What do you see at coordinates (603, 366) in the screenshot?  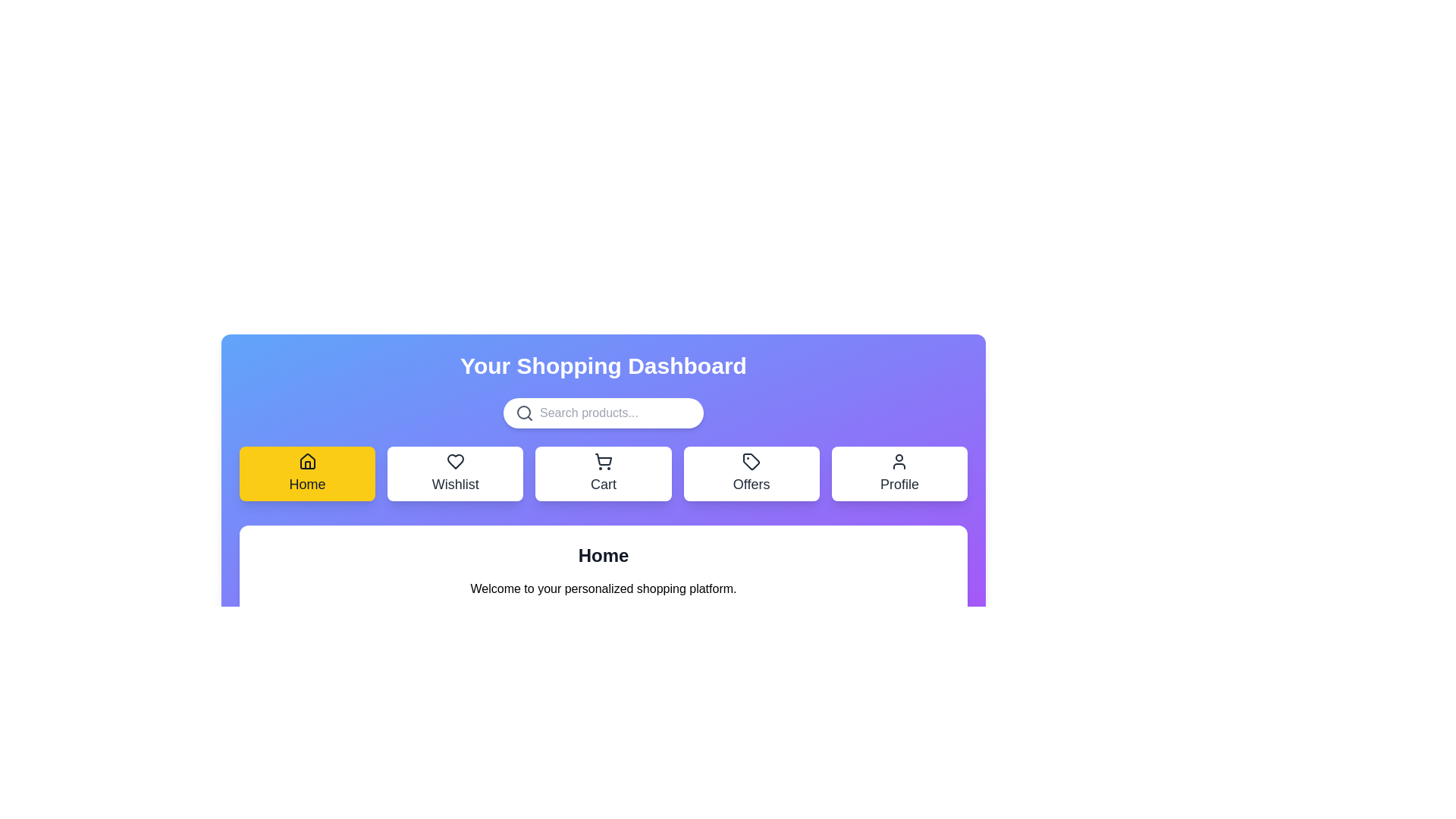 I see `the Text Label displaying 'Your Shopping Dashboard' located at the top center of the interface, which is in bold white font against a gradient background` at bounding box center [603, 366].